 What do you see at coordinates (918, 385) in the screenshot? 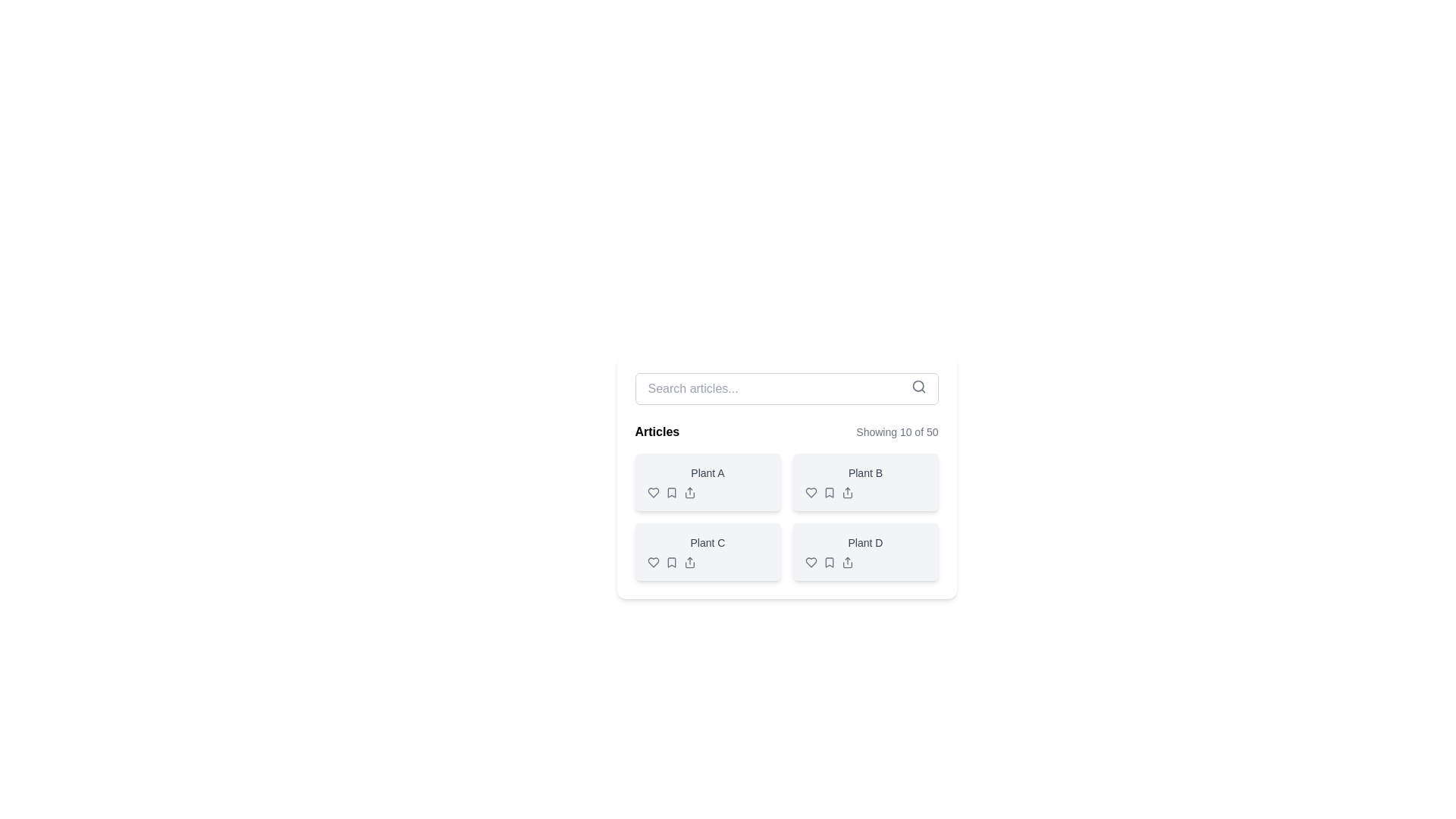
I see `the search icon located at the top-right corner of the search bar to potentially see additional information` at bounding box center [918, 385].